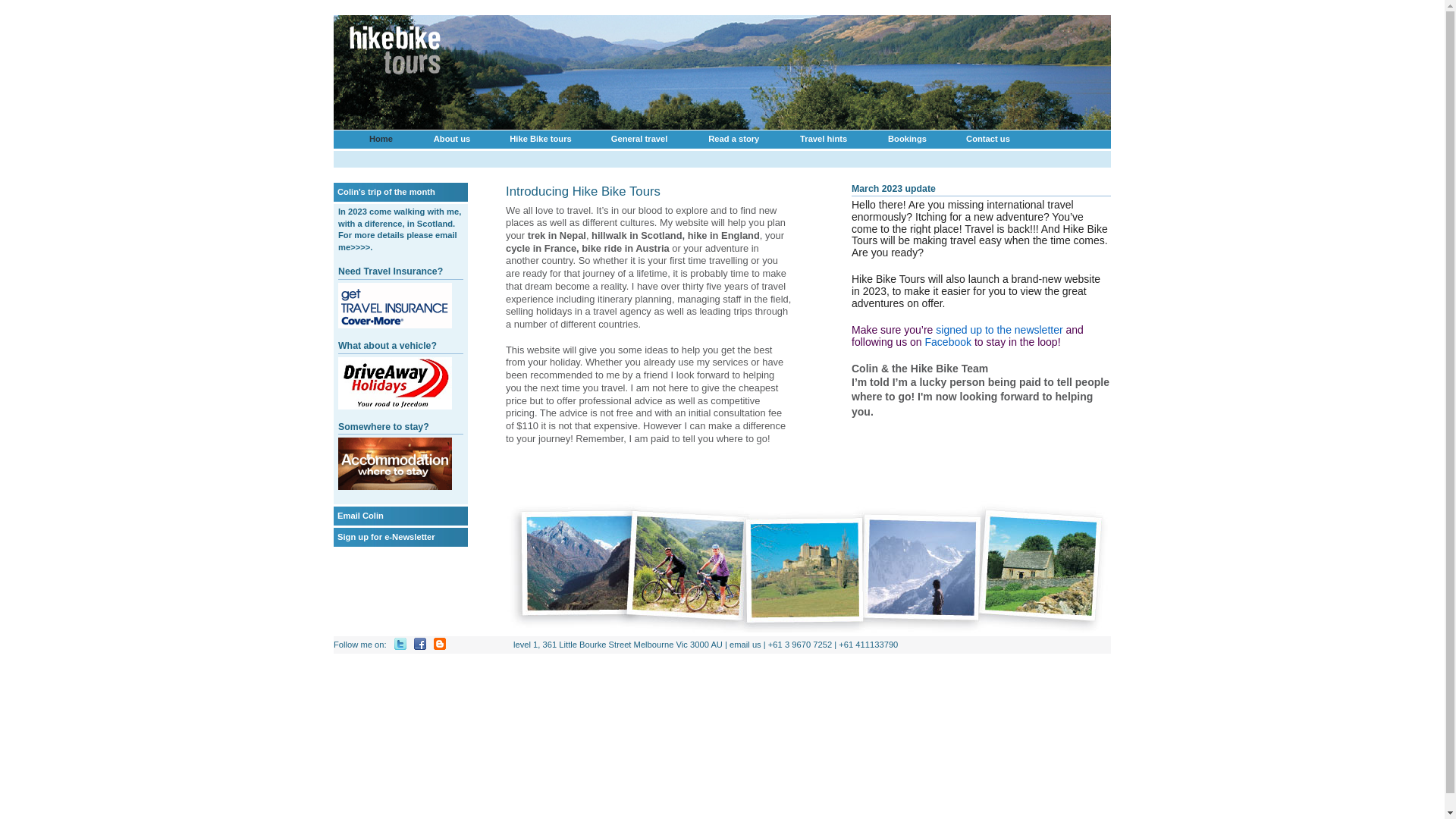 The image size is (1456, 819). I want to click on 'email us', so click(745, 644).